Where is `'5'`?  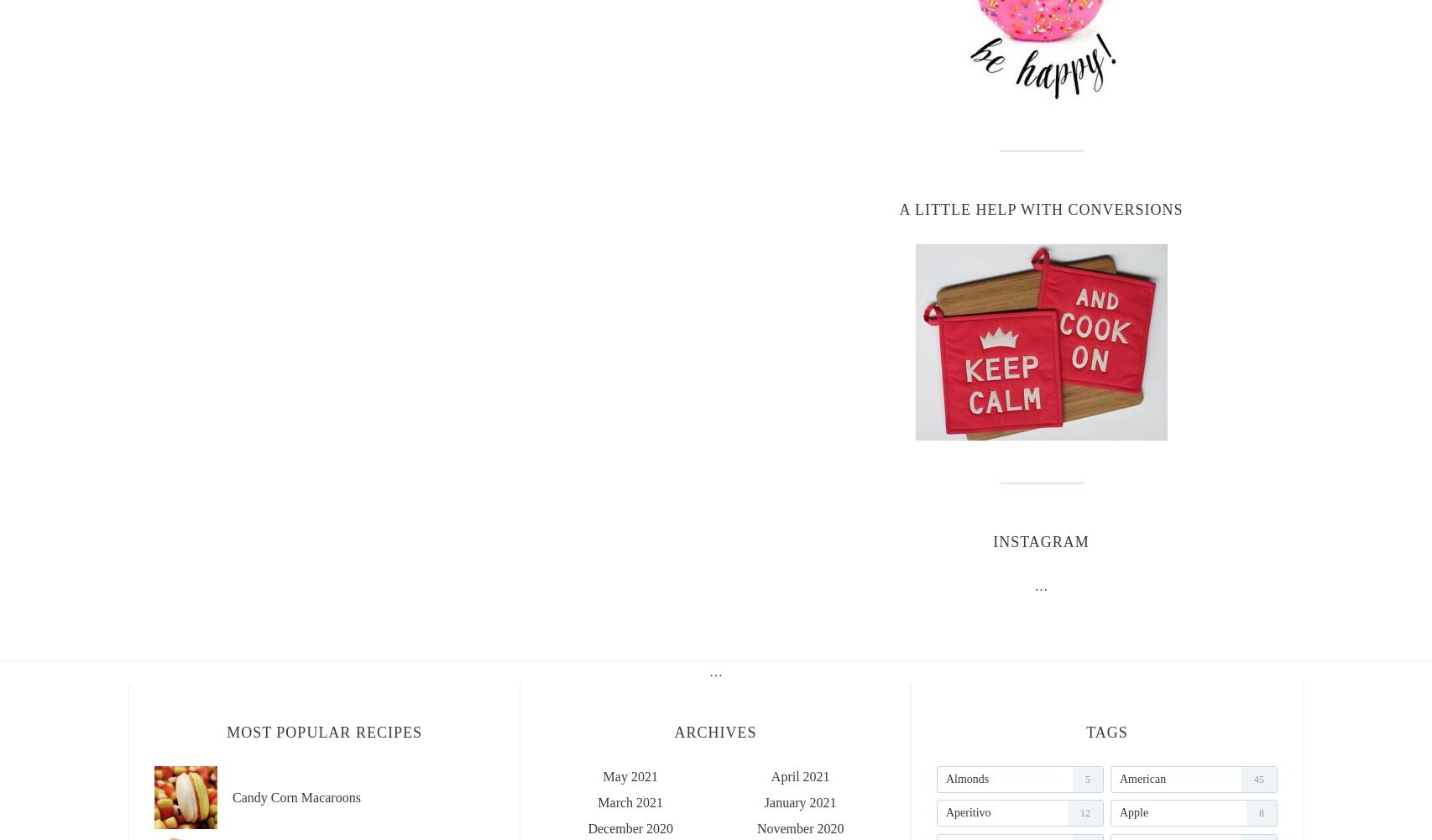 '5' is located at coordinates (1086, 780).